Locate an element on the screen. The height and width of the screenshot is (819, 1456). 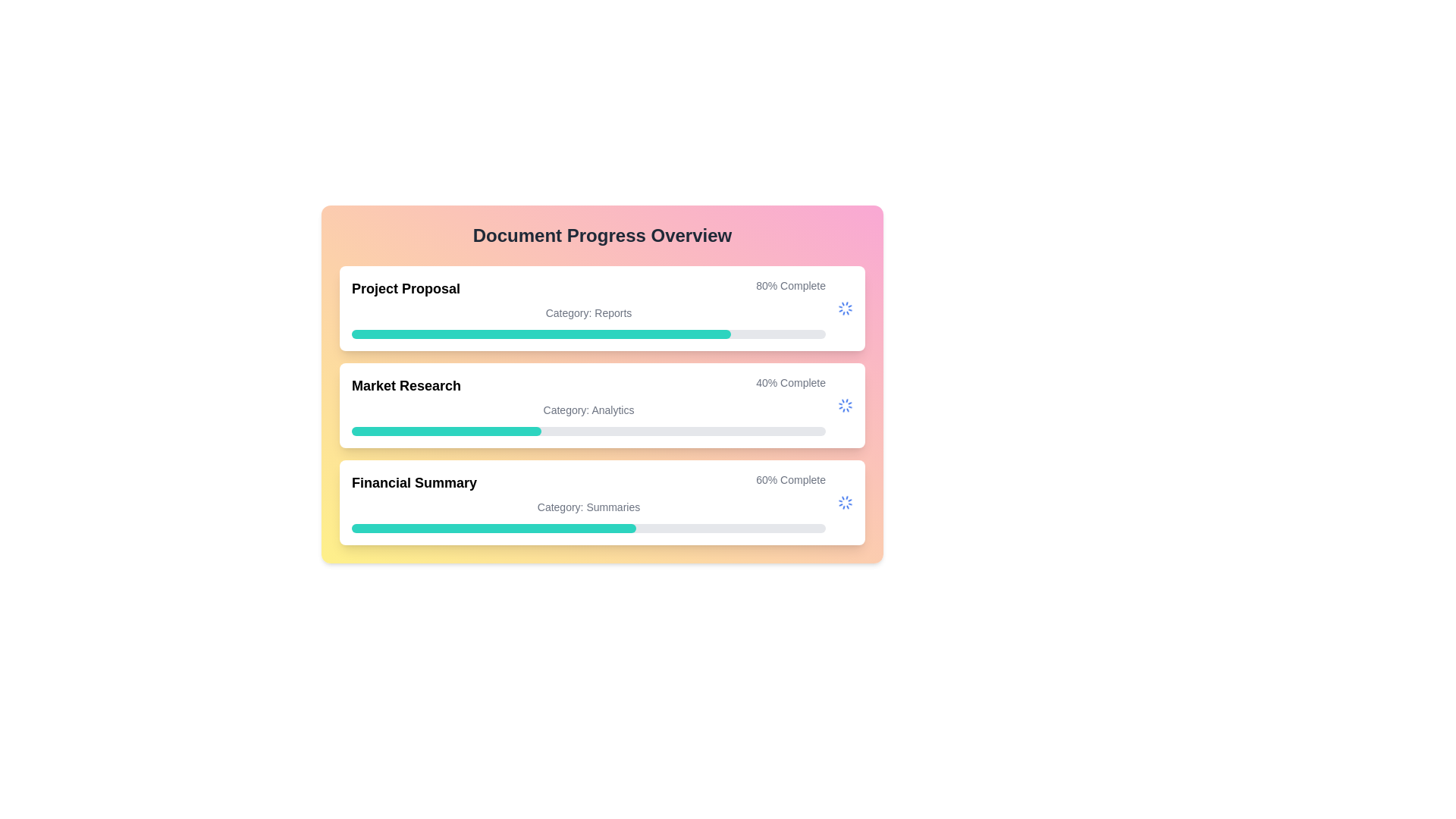
the teal-colored progress bar with rounded edges located within the 'Project Proposal' card, which is the first in a vertical list of progress indicators is located at coordinates (541, 333).